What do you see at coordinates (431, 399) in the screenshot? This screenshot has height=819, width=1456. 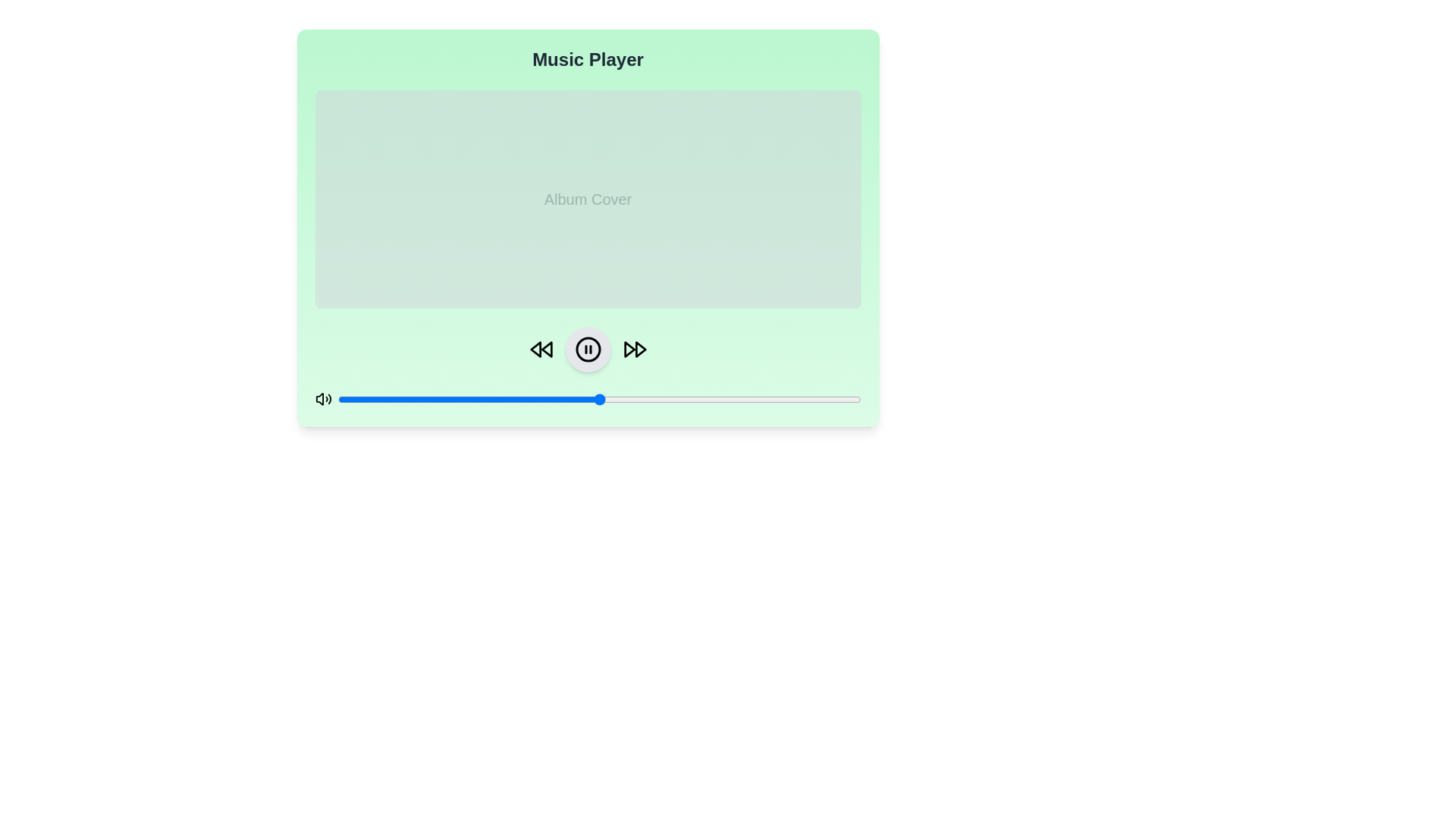 I see `volume level` at bounding box center [431, 399].